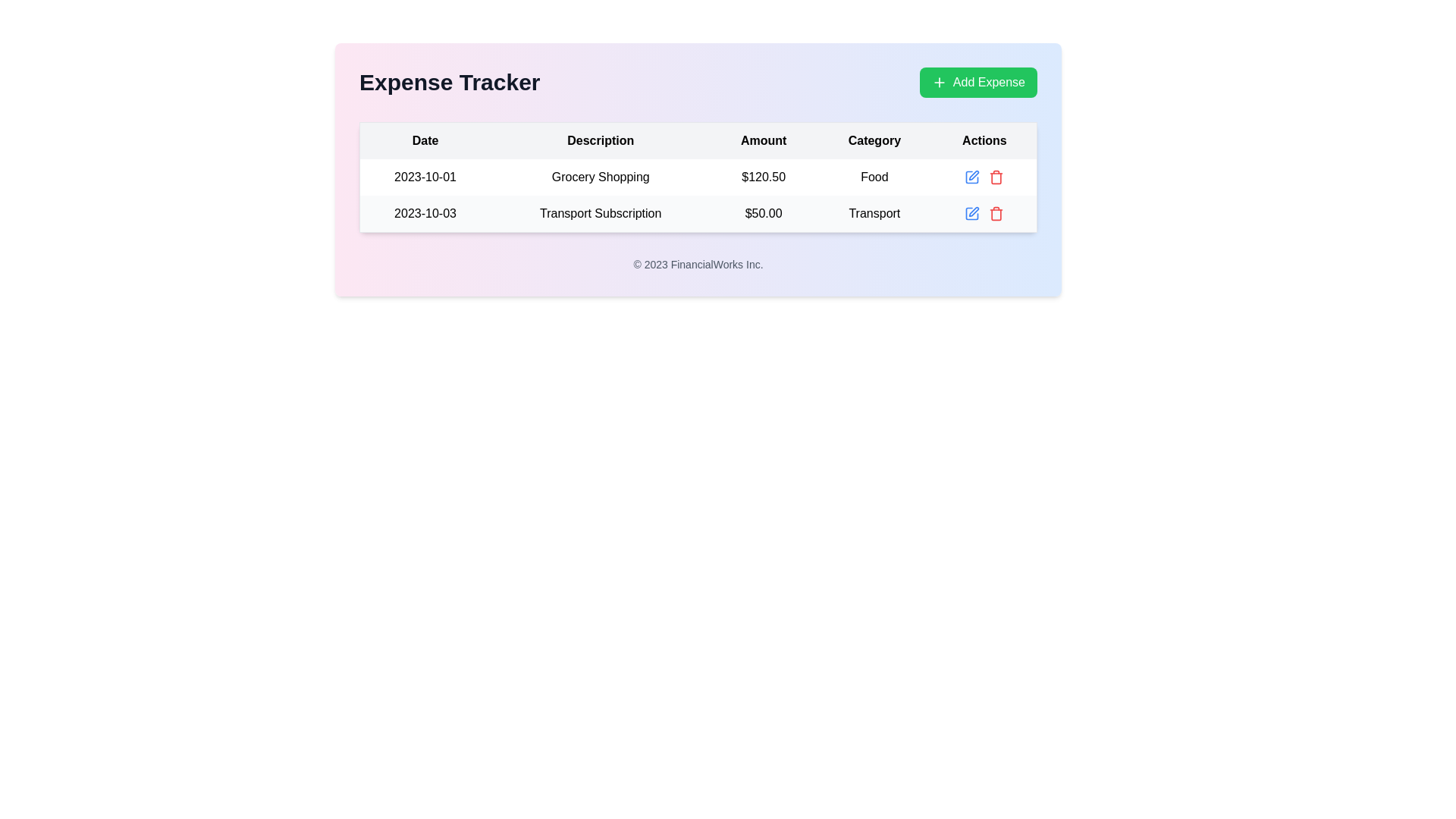 This screenshot has width=1456, height=819. What do you see at coordinates (974, 212) in the screenshot?
I see `the edit icon in the 'Actions' column of the second row in the data table` at bounding box center [974, 212].